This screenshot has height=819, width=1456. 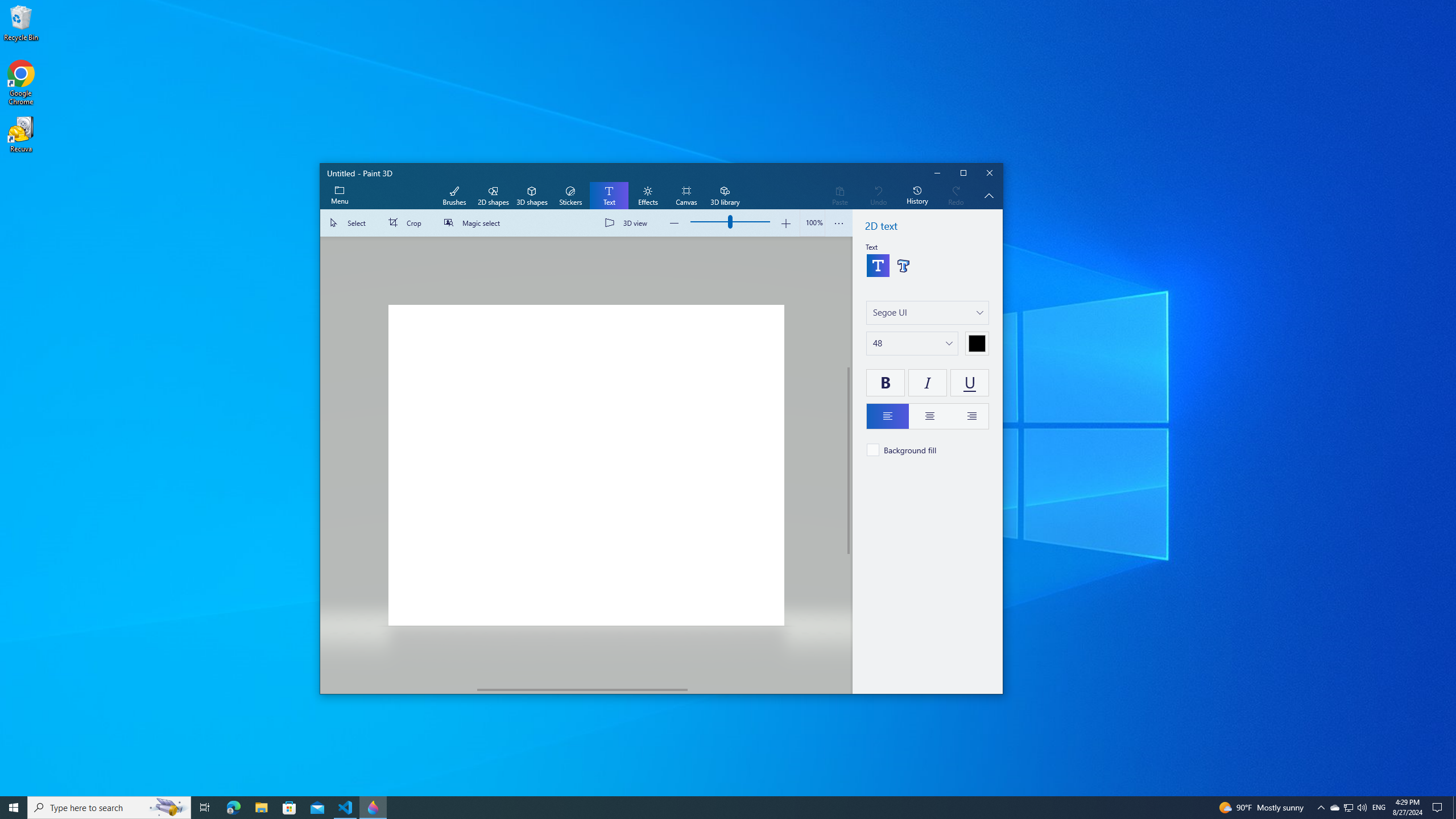 I want to click on 'Hide description', so click(x=988, y=196).